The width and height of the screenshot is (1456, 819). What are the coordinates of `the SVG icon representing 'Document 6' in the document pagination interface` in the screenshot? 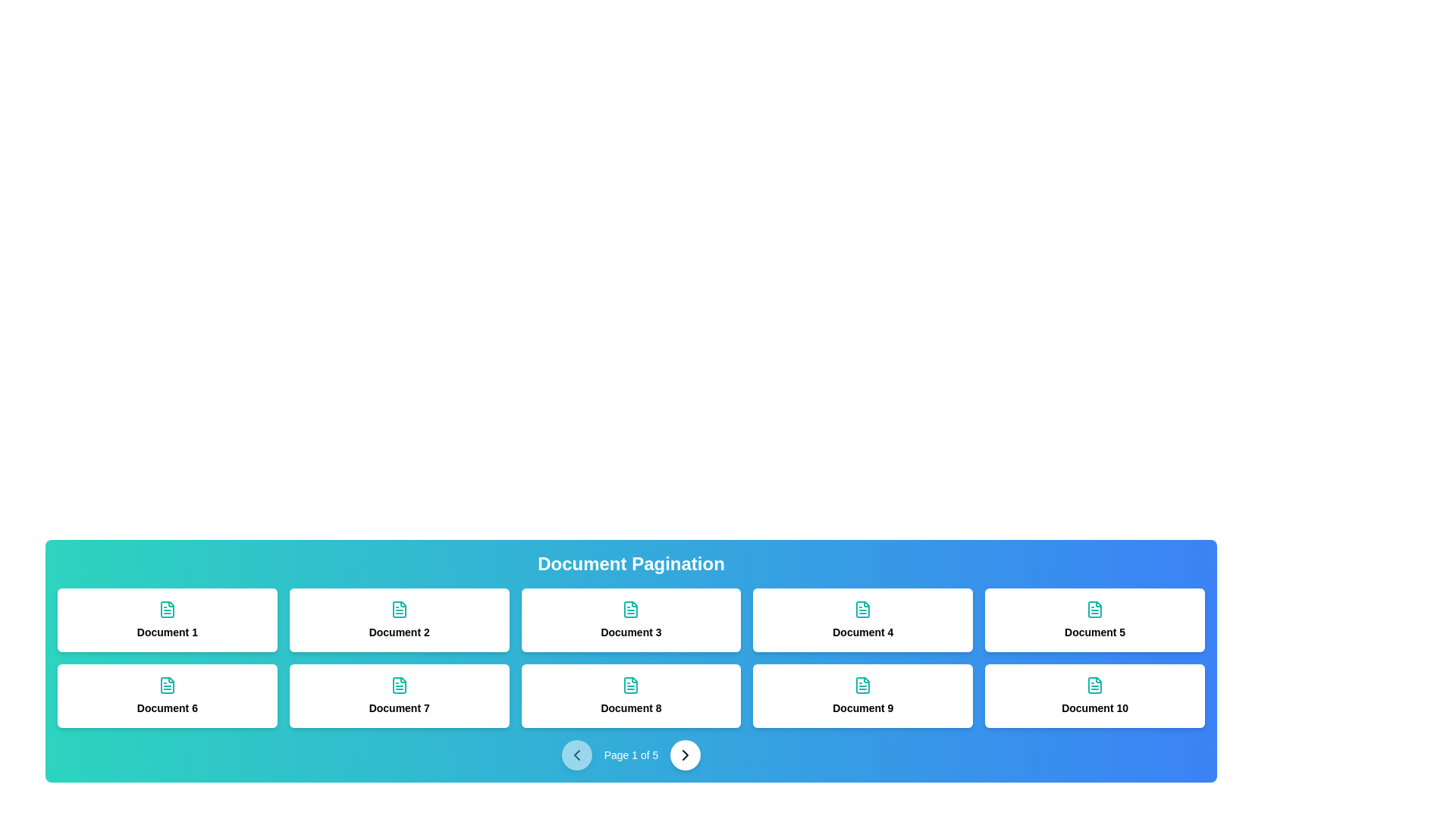 It's located at (167, 685).